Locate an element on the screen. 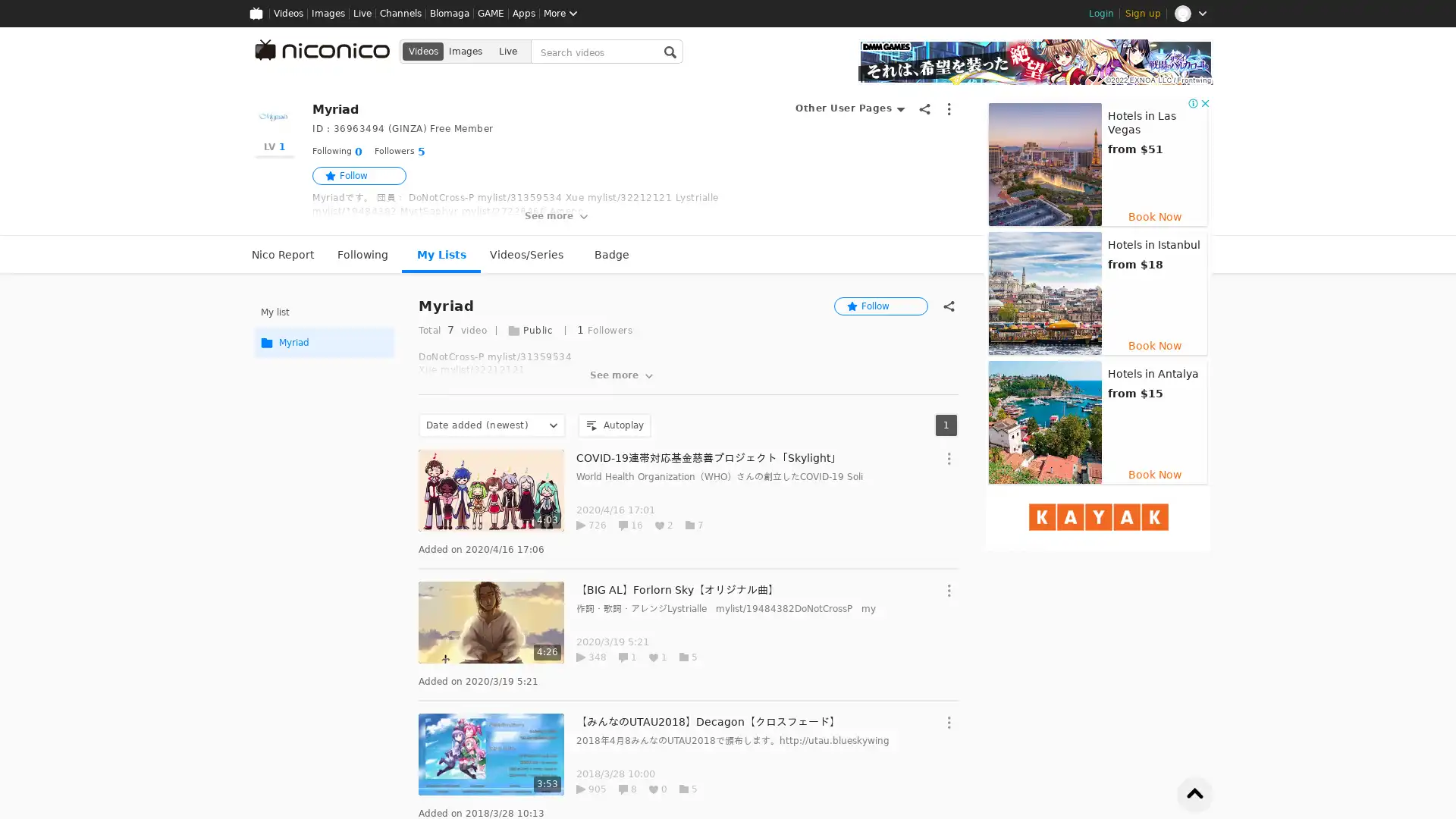  See more is located at coordinates (557, 216).